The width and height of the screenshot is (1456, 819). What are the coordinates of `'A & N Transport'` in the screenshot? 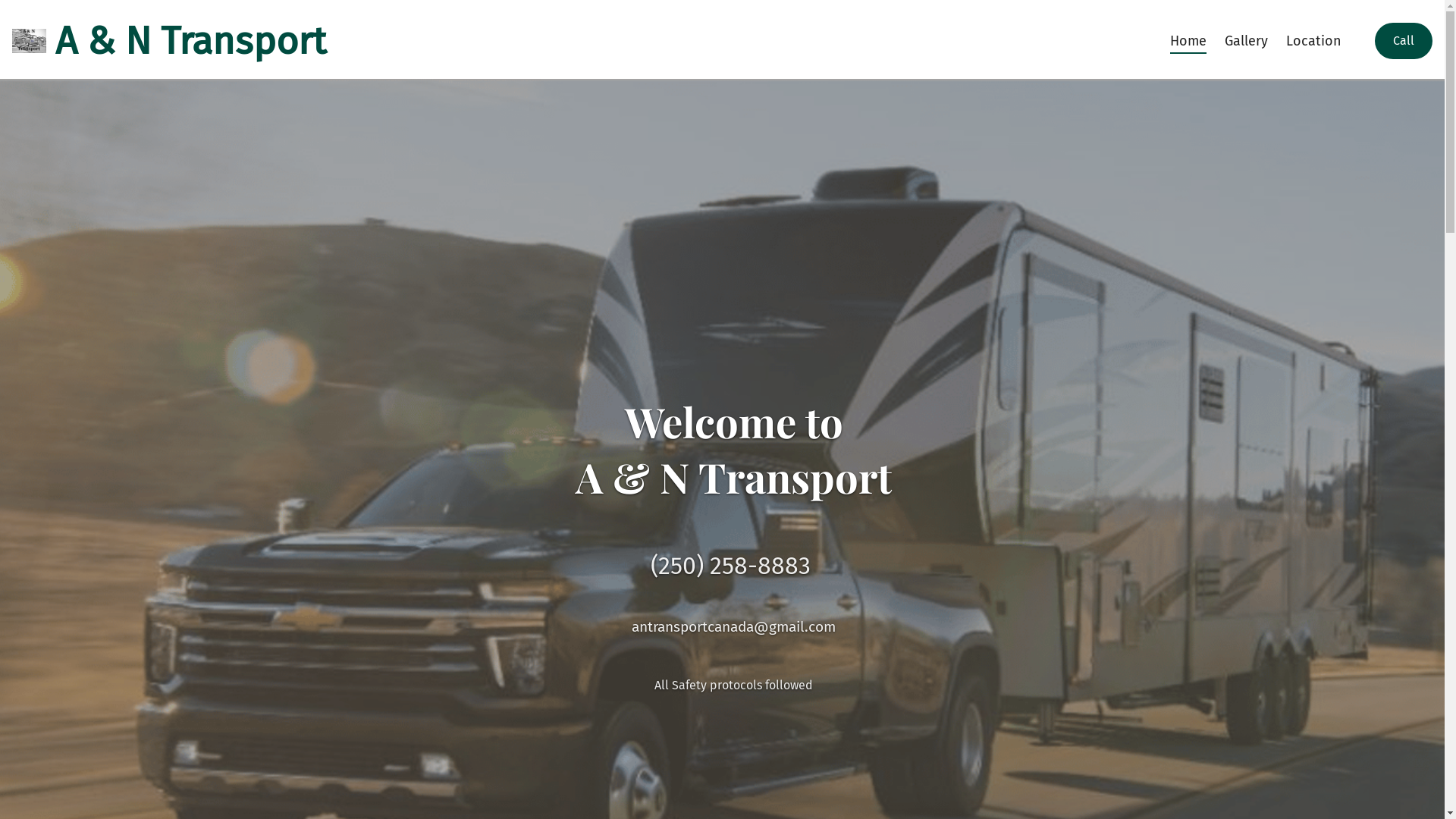 It's located at (168, 40).